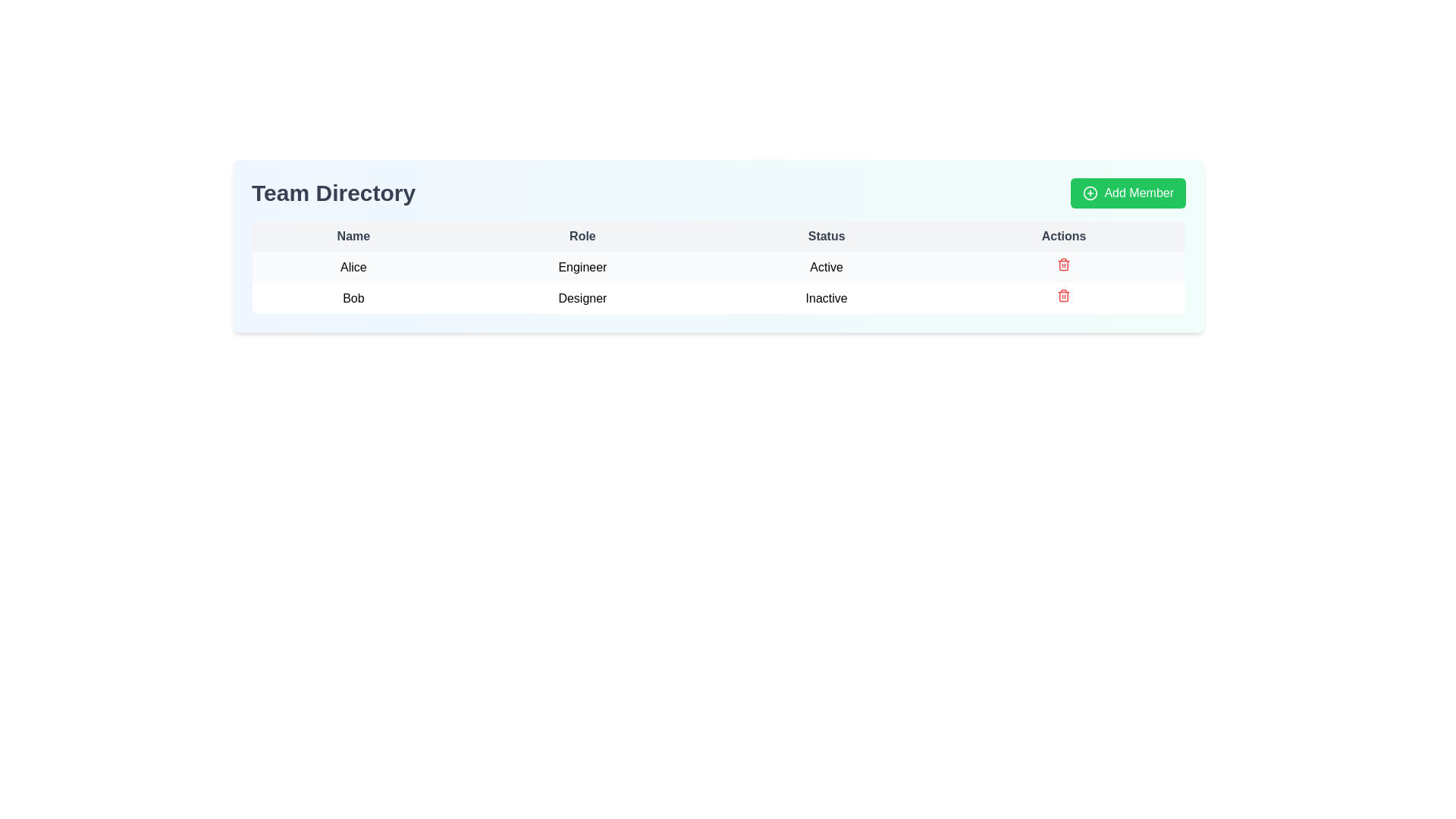  What do you see at coordinates (1128, 192) in the screenshot?
I see `the button located` at bounding box center [1128, 192].